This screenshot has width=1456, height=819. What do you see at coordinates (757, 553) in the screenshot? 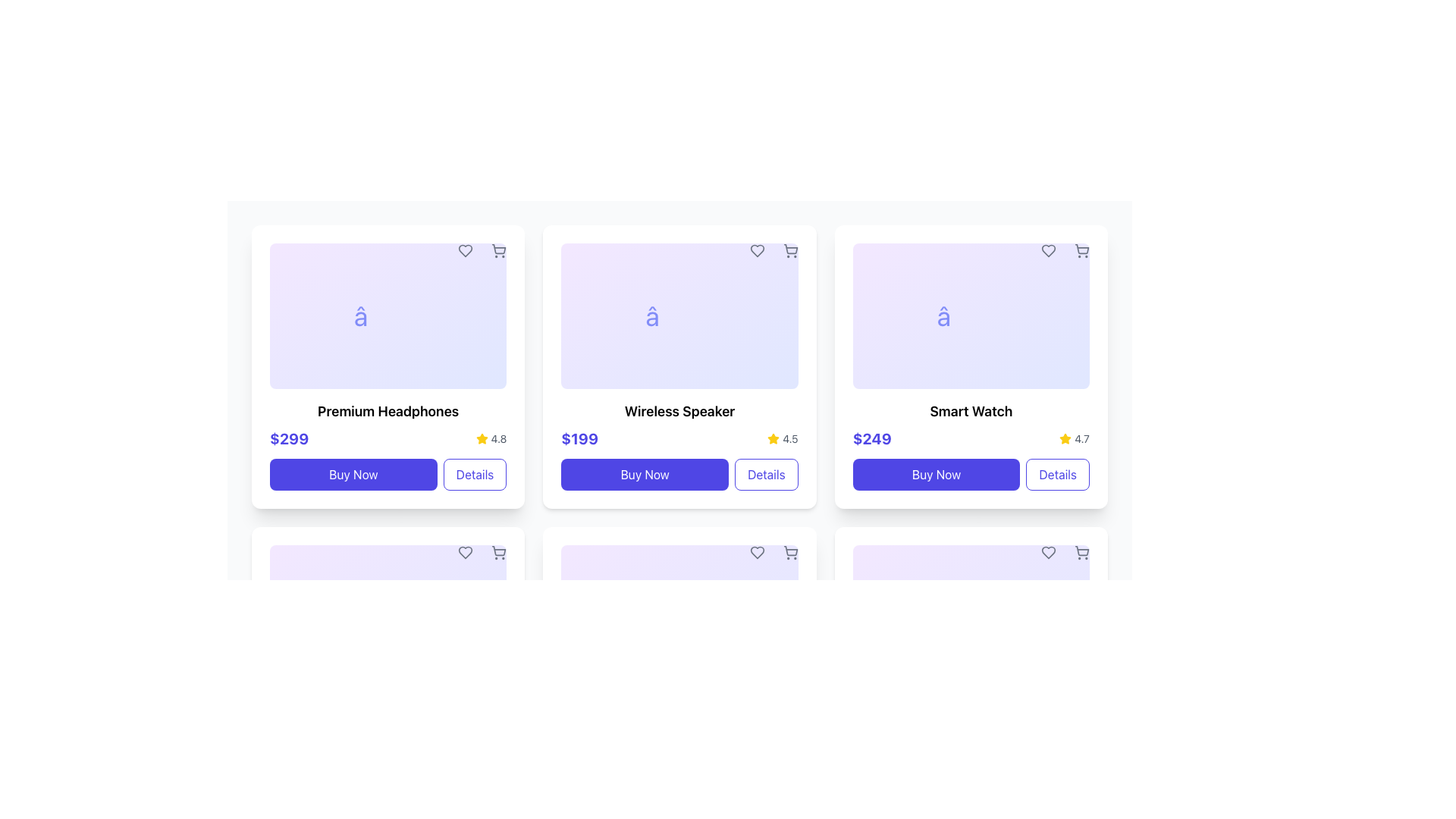
I see `the heart icon in the upper-right corner of the 'Wireless Speaker' card` at bounding box center [757, 553].